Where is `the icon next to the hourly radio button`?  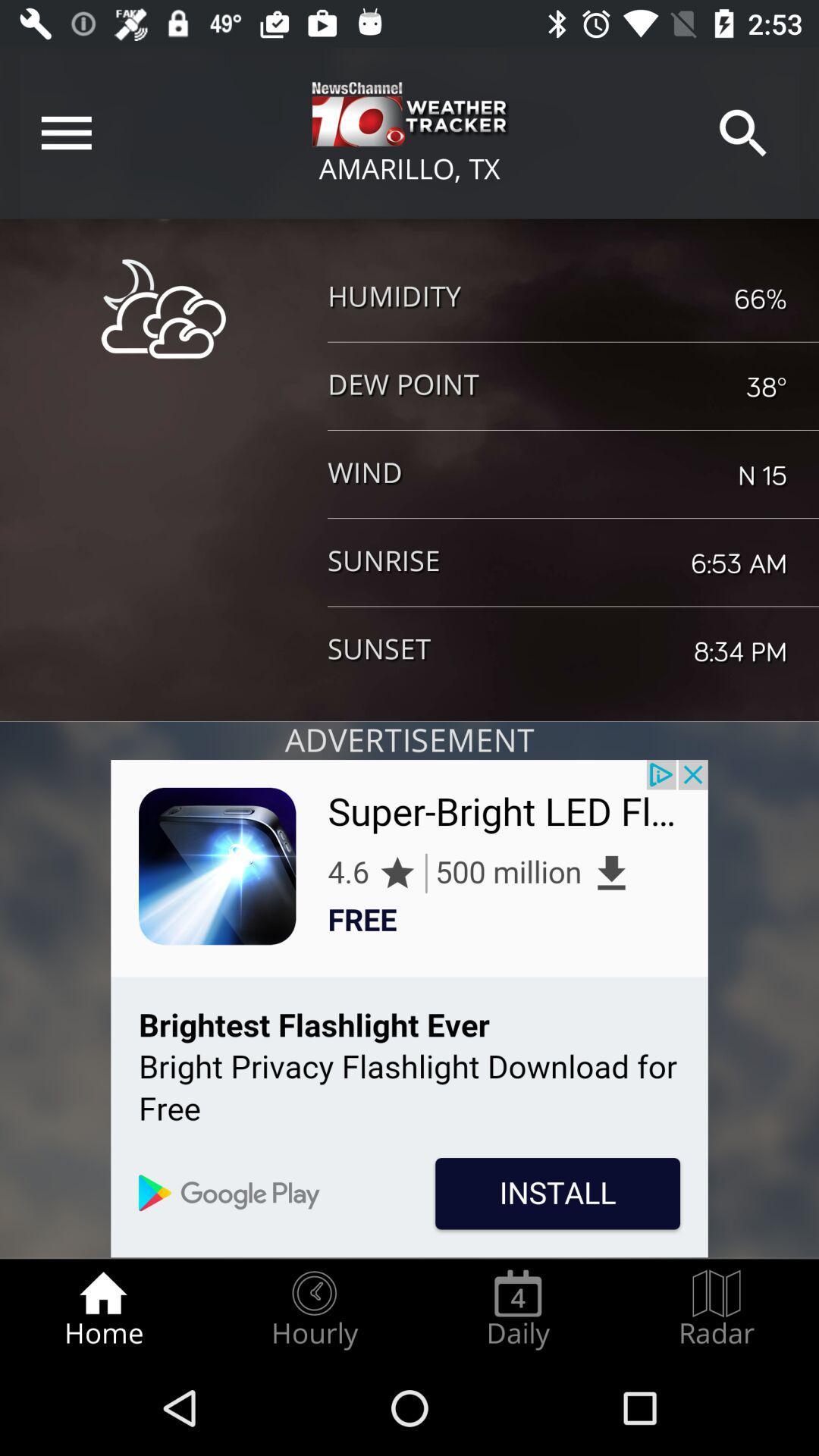 the icon next to the hourly radio button is located at coordinates (102, 1309).